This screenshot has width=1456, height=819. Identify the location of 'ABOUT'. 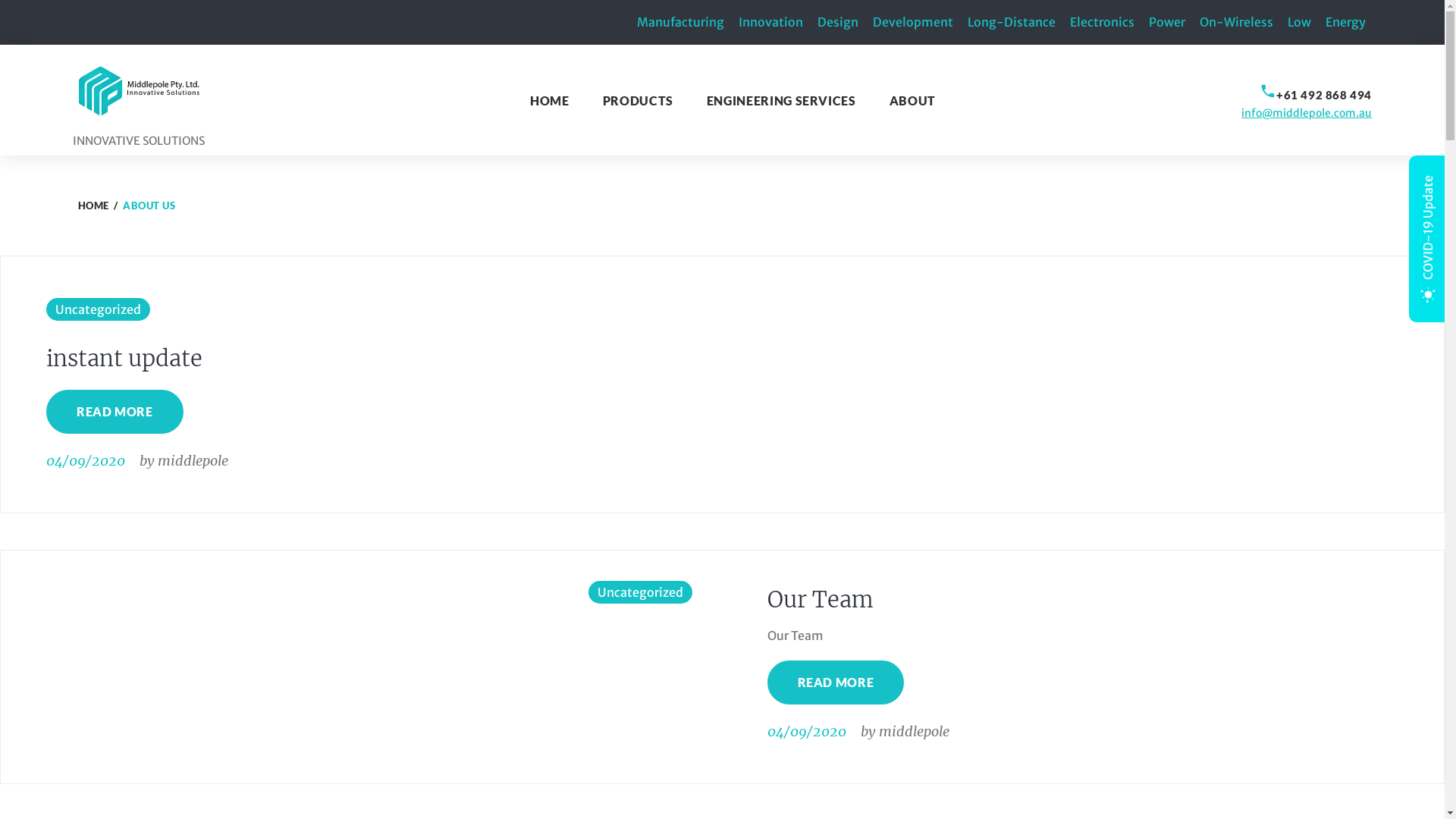
(912, 99).